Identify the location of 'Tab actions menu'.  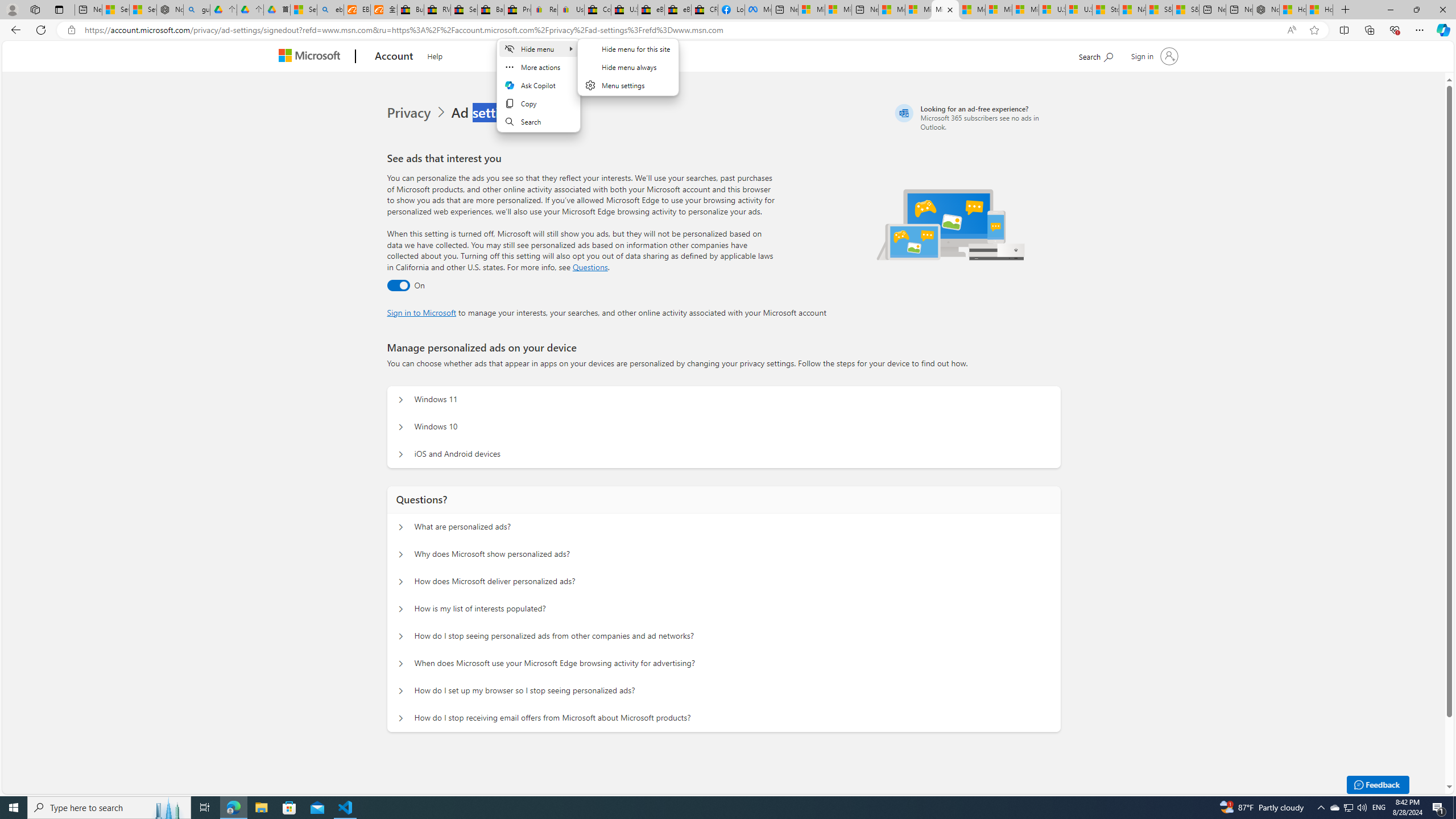
(58, 9).